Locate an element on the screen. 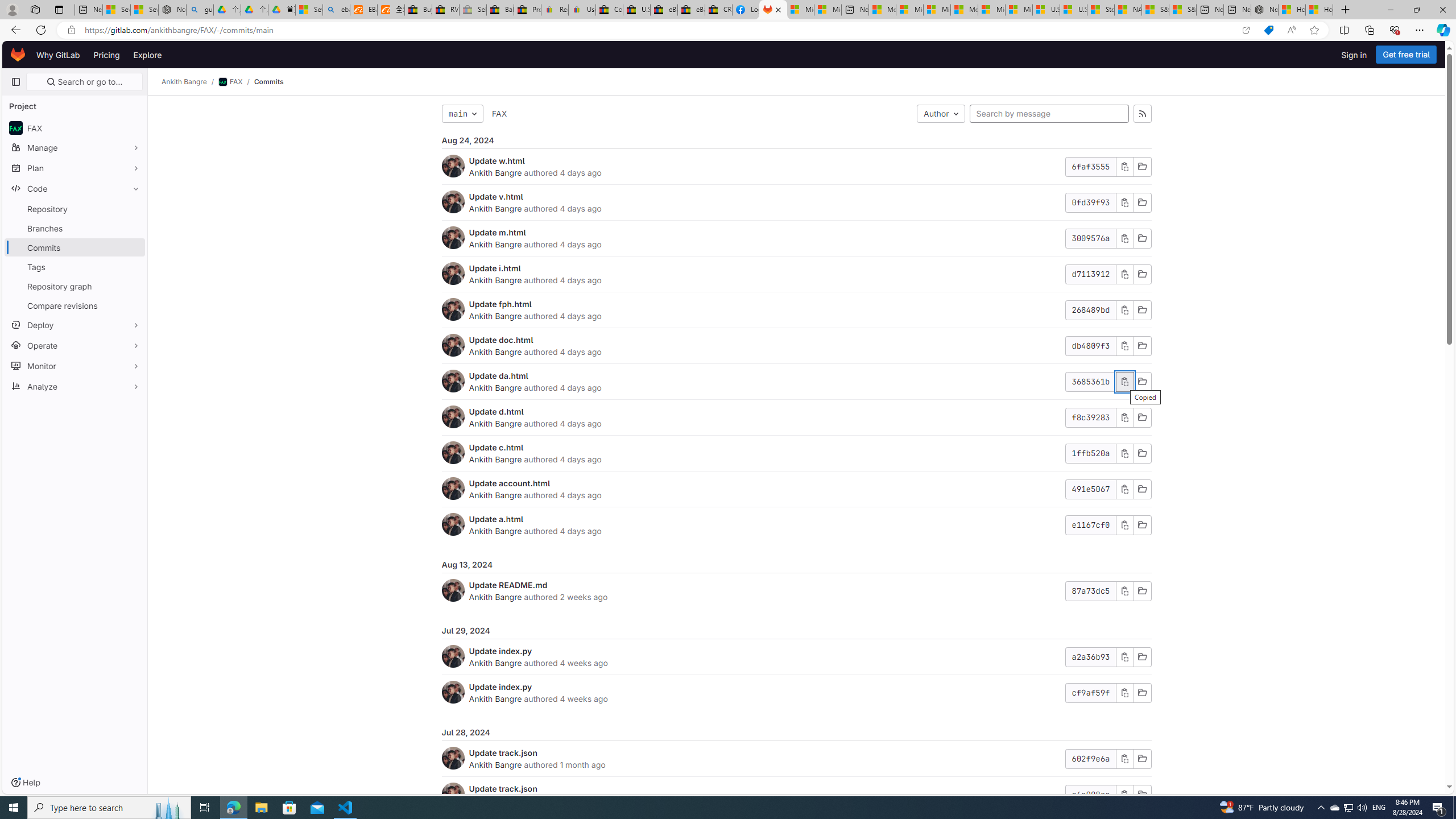 The height and width of the screenshot is (819, 1456). 'Ankith Bangre/' is located at coordinates (190, 81).